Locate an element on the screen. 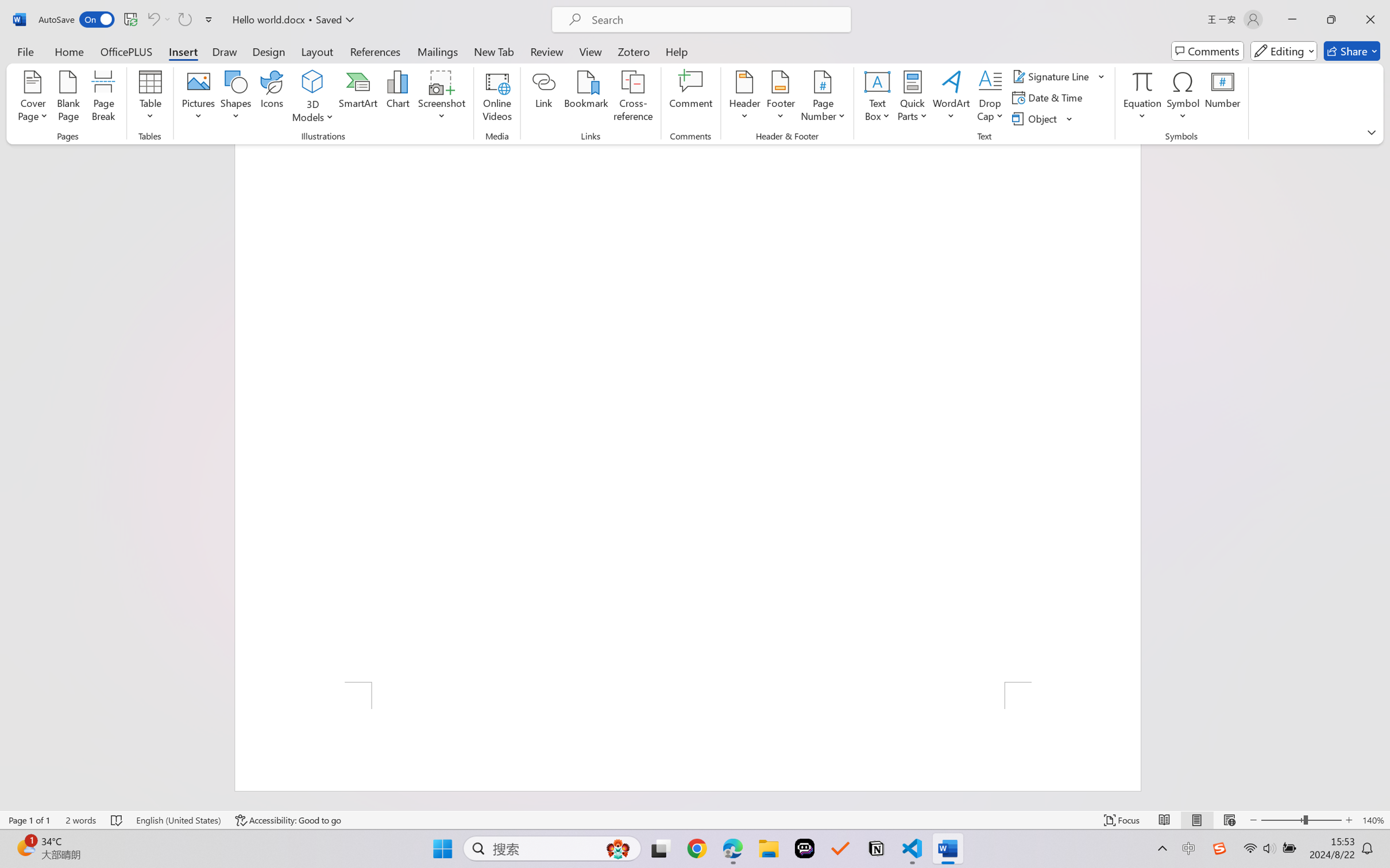 Image resolution: width=1390 pixels, height=868 pixels. 'Review' is located at coordinates (546, 51).